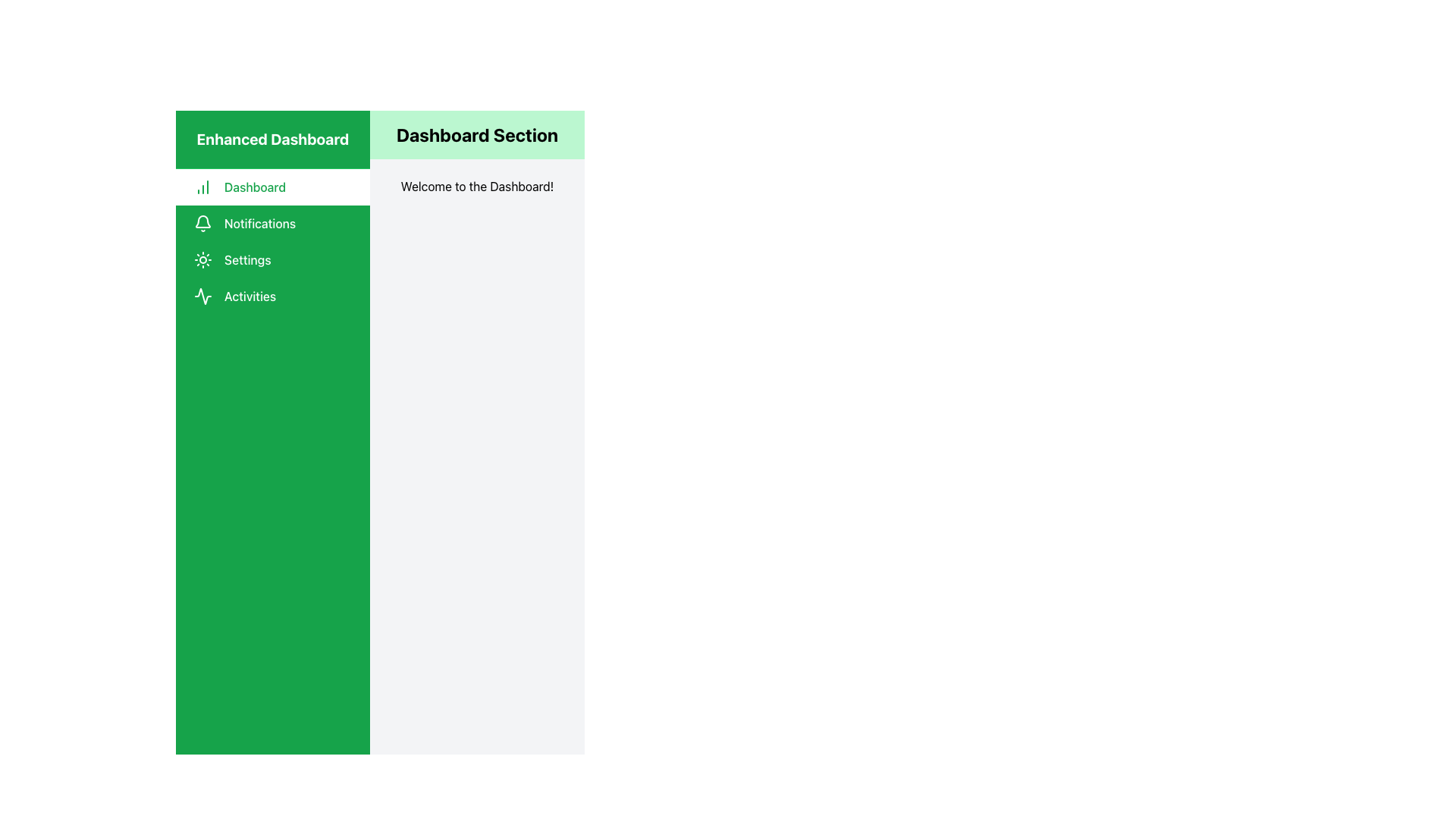 The image size is (1456, 819). I want to click on the 'Settings' icon located in the third row of the left green sidebar, which is aligned to the left of the 'Settings' label, so click(202, 259).